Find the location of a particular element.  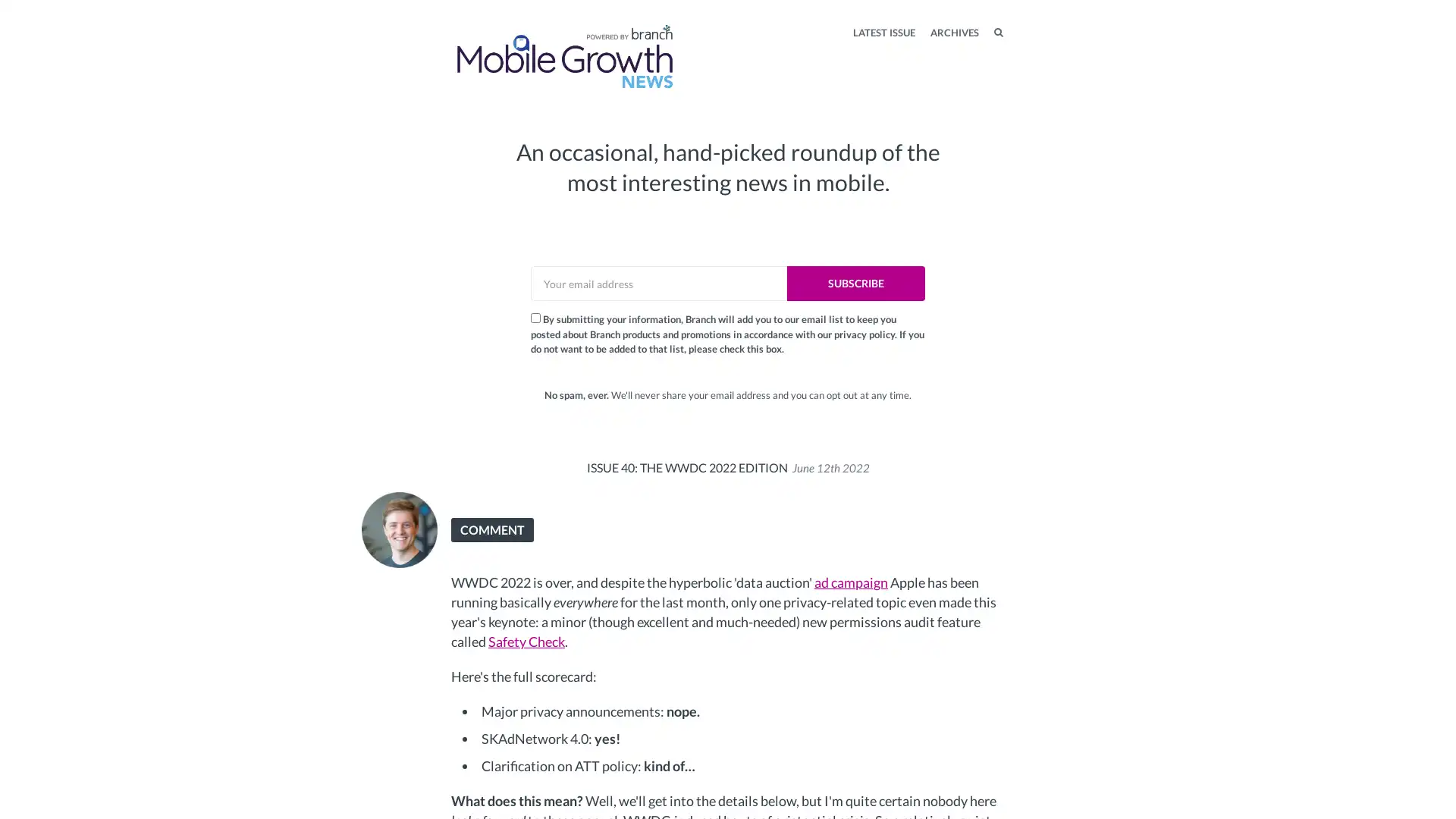

TOGGLE MENU is located at coordinates (453, 3).